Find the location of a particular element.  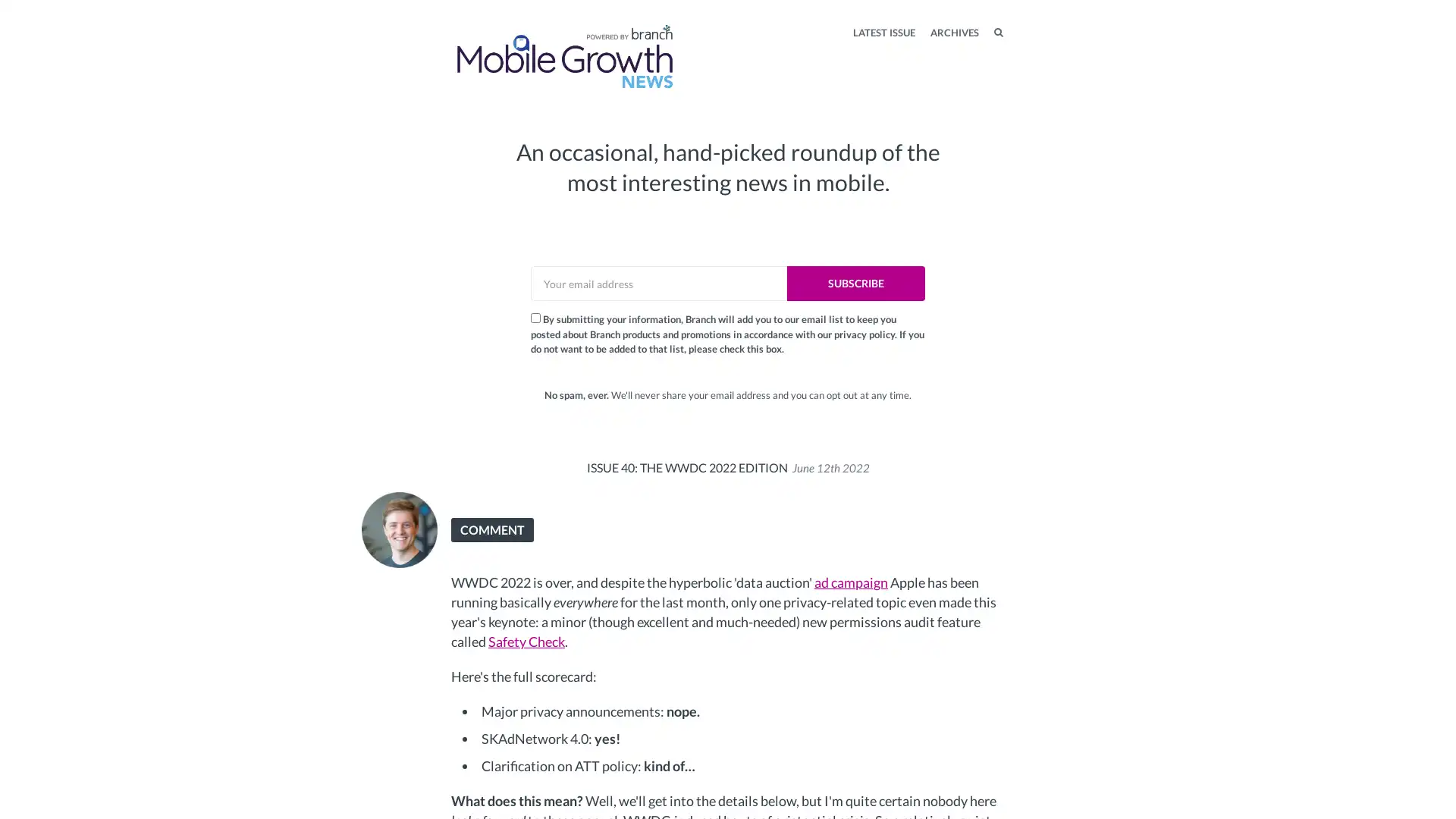

TOGGLE MENU is located at coordinates (453, 3).